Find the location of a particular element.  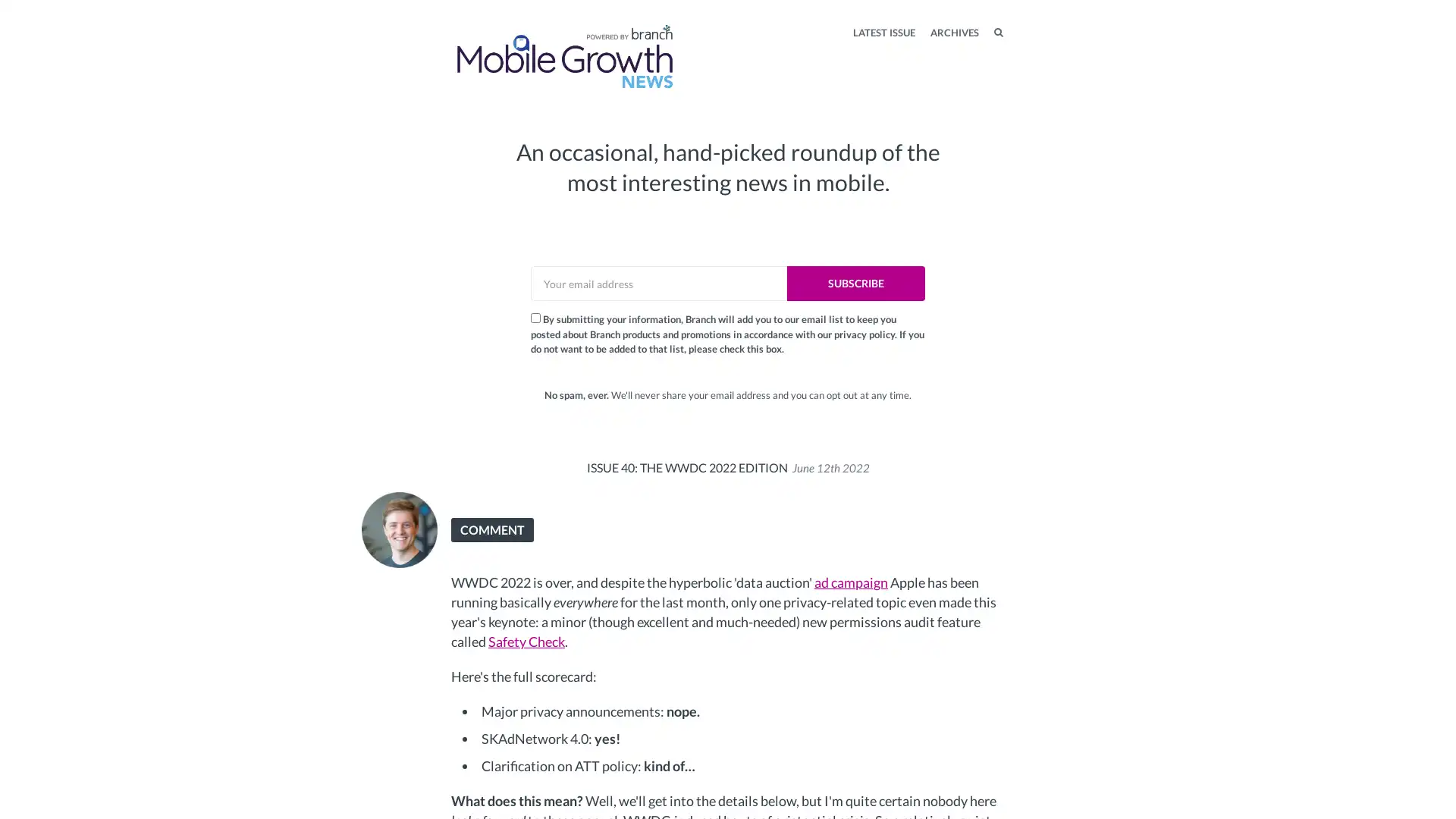

TOGGLE MENU is located at coordinates (453, 3).